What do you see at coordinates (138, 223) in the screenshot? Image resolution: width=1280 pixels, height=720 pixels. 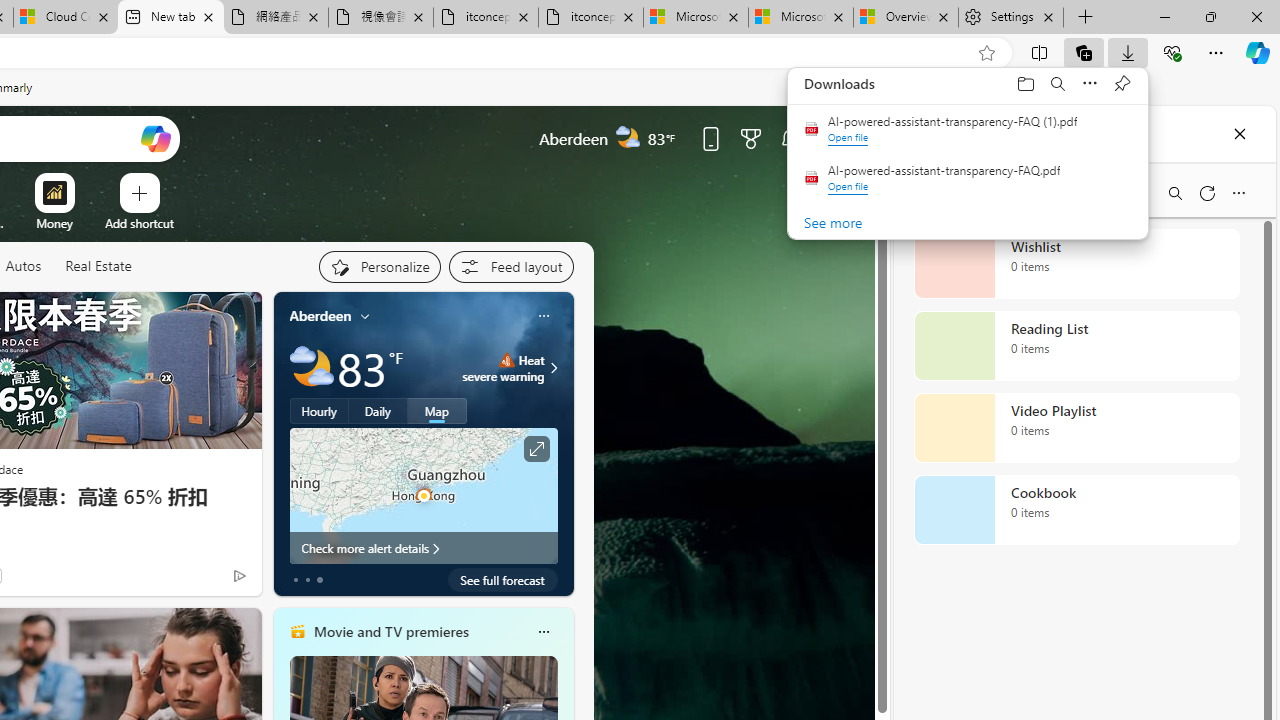 I see `'Add a site'` at bounding box center [138, 223].